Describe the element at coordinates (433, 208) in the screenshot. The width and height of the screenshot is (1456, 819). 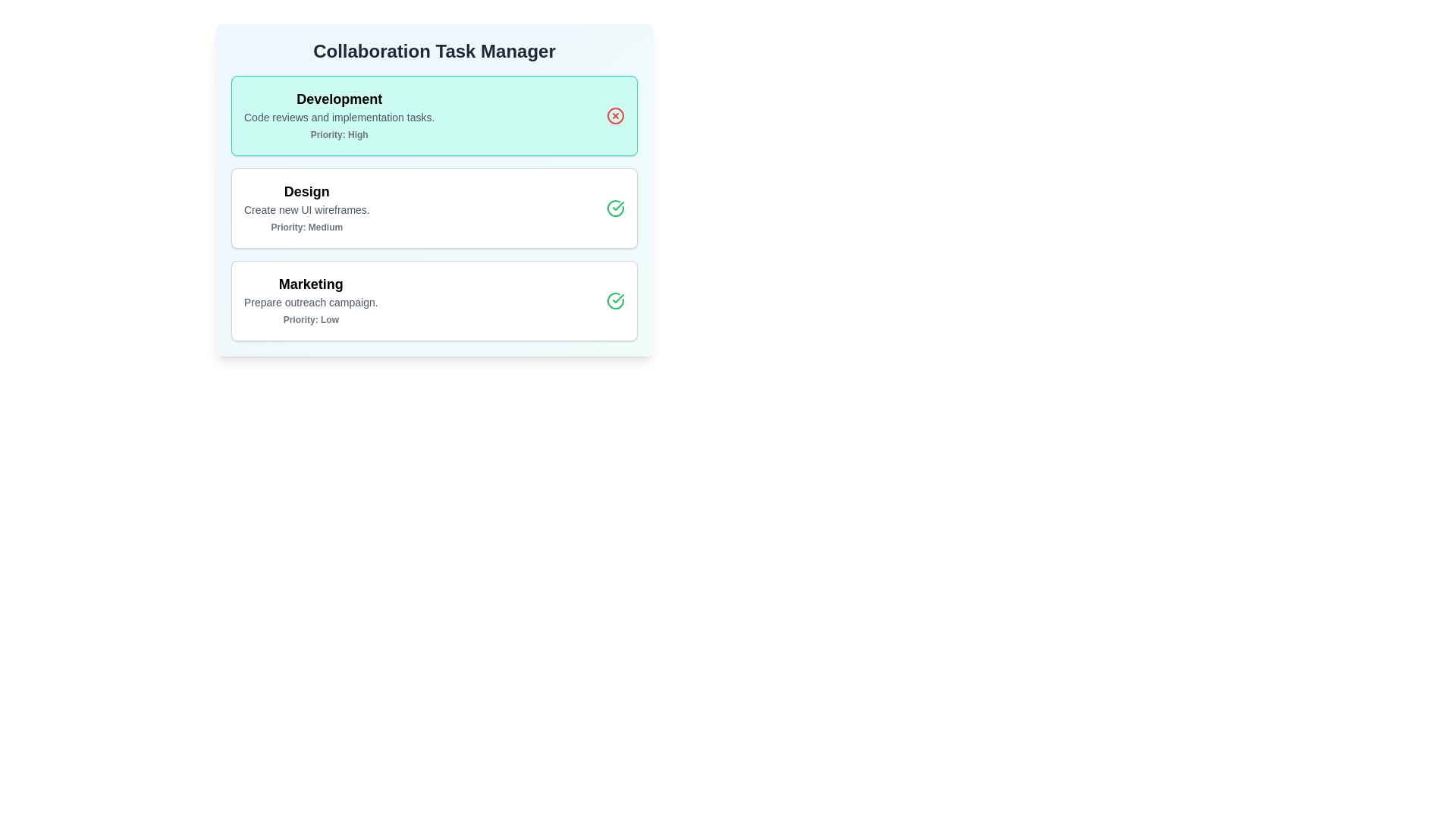
I see `the task Design to highlight it` at that location.